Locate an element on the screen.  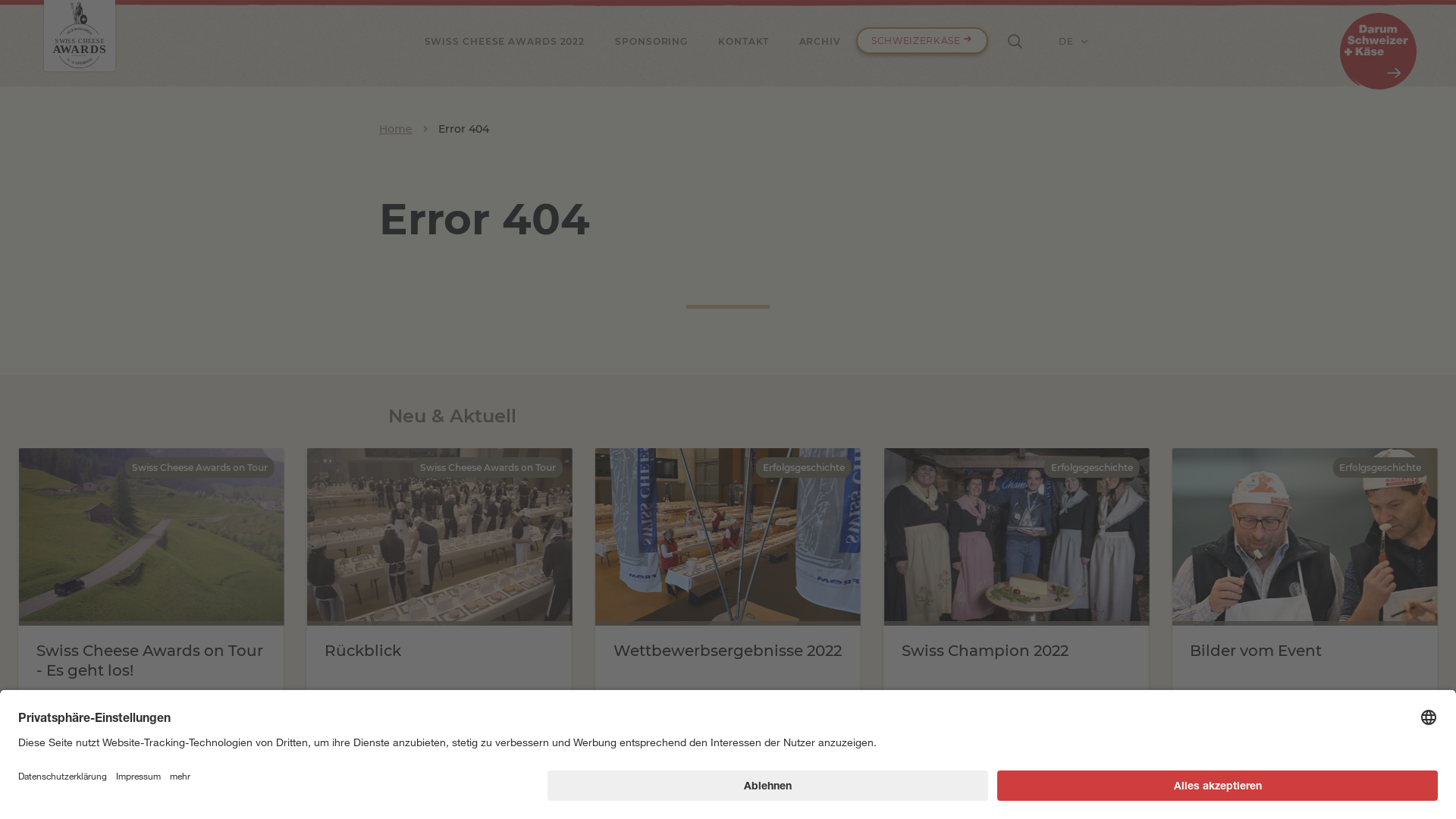
'Home' is located at coordinates (396, 127).